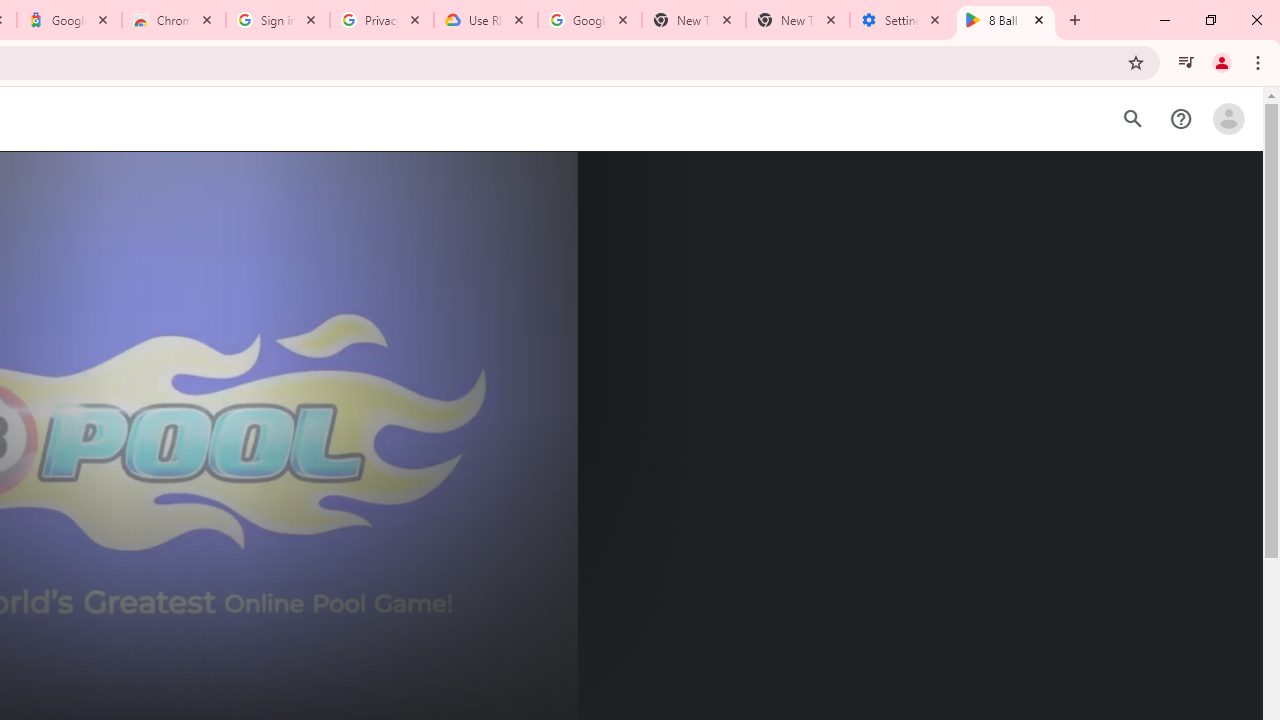 The height and width of the screenshot is (720, 1280). Describe the element at coordinates (174, 20) in the screenshot. I see `'Chrome Web Store - Color themes by Chrome'` at that location.